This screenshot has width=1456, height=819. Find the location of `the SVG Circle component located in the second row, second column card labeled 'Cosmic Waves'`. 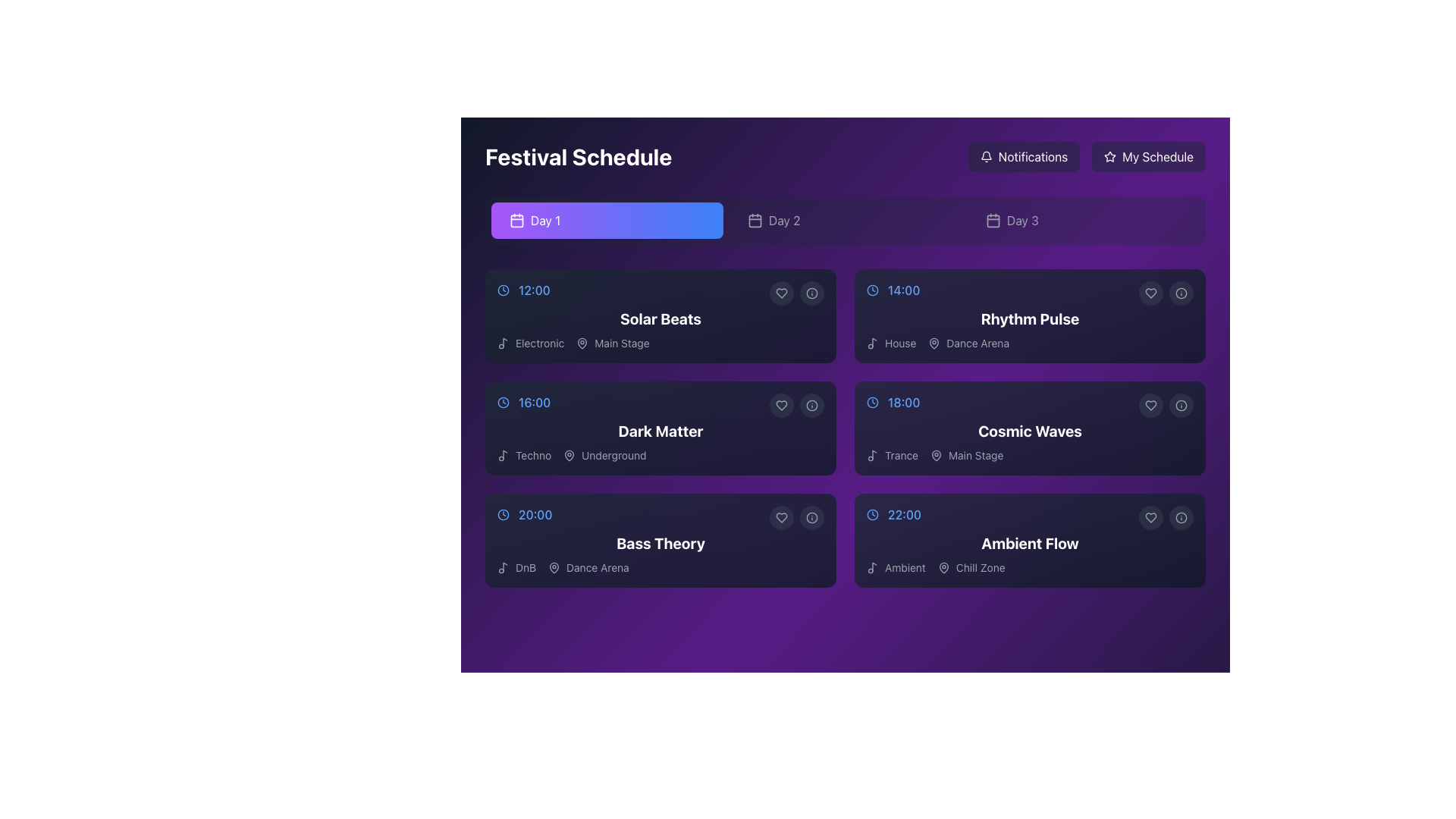

the SVG Circle component located in the second row, second column card labeled 'Cosmic Waves' is located at coordinates (1181, 405).